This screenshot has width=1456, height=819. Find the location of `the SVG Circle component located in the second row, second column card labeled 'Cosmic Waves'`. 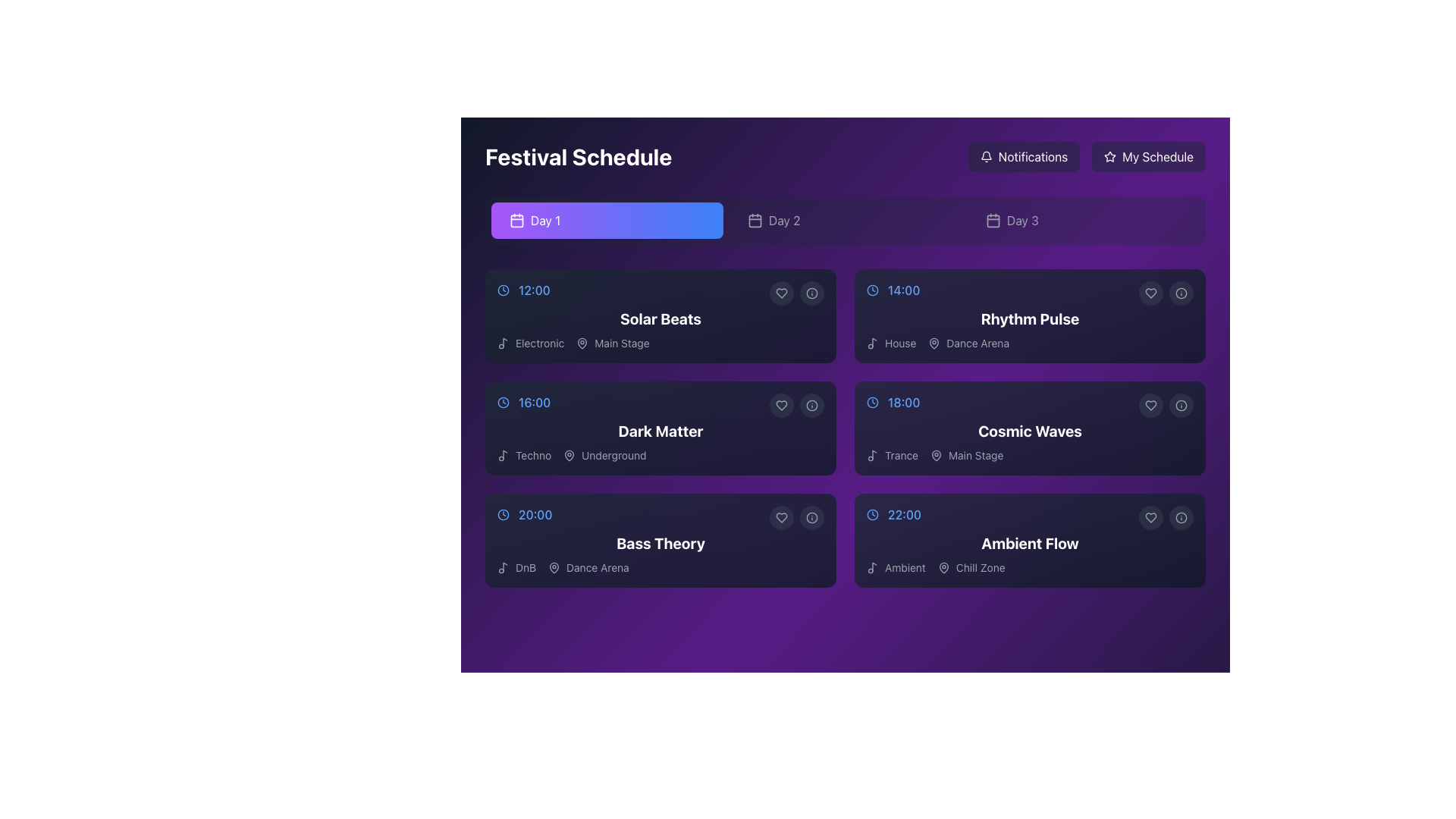

the SVG Circle component located in the second row, second column card labeled 'Cosmic Waves' is located at coordinates (1181, 405).